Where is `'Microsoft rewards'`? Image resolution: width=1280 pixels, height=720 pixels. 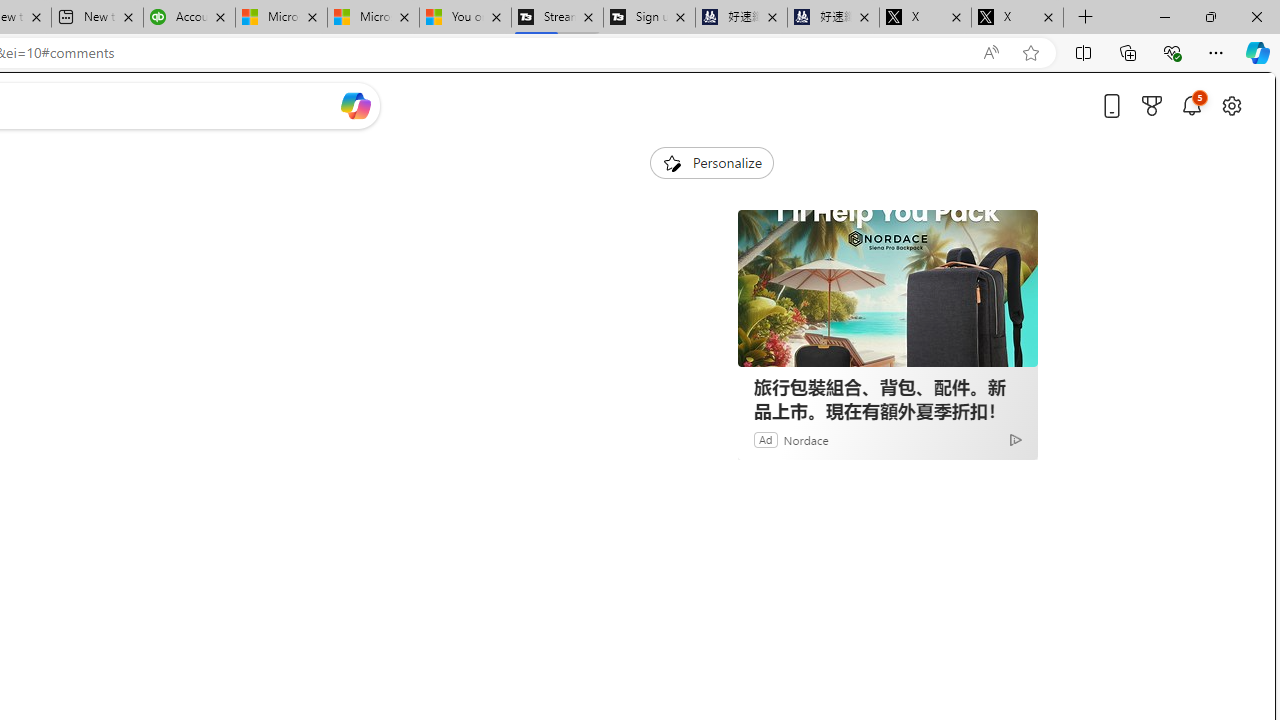 'Microsoft rewards' is located at coordinates (1152, 105).